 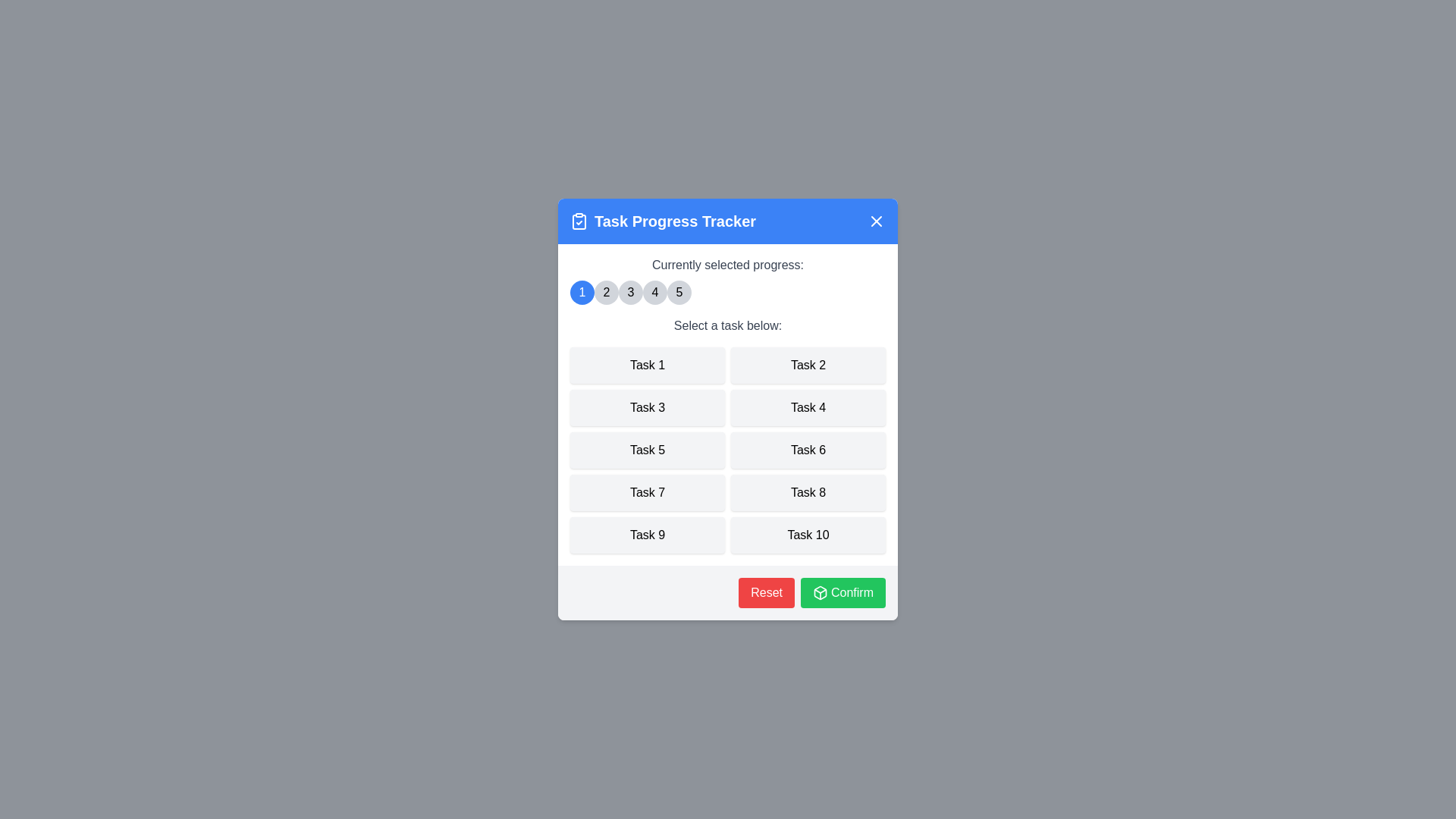 What do you see at coordinates (767, 592) in the screenshot?
I see `the 'Reset' button to reset the progress to the initial state` at bounding box center [767, 592].